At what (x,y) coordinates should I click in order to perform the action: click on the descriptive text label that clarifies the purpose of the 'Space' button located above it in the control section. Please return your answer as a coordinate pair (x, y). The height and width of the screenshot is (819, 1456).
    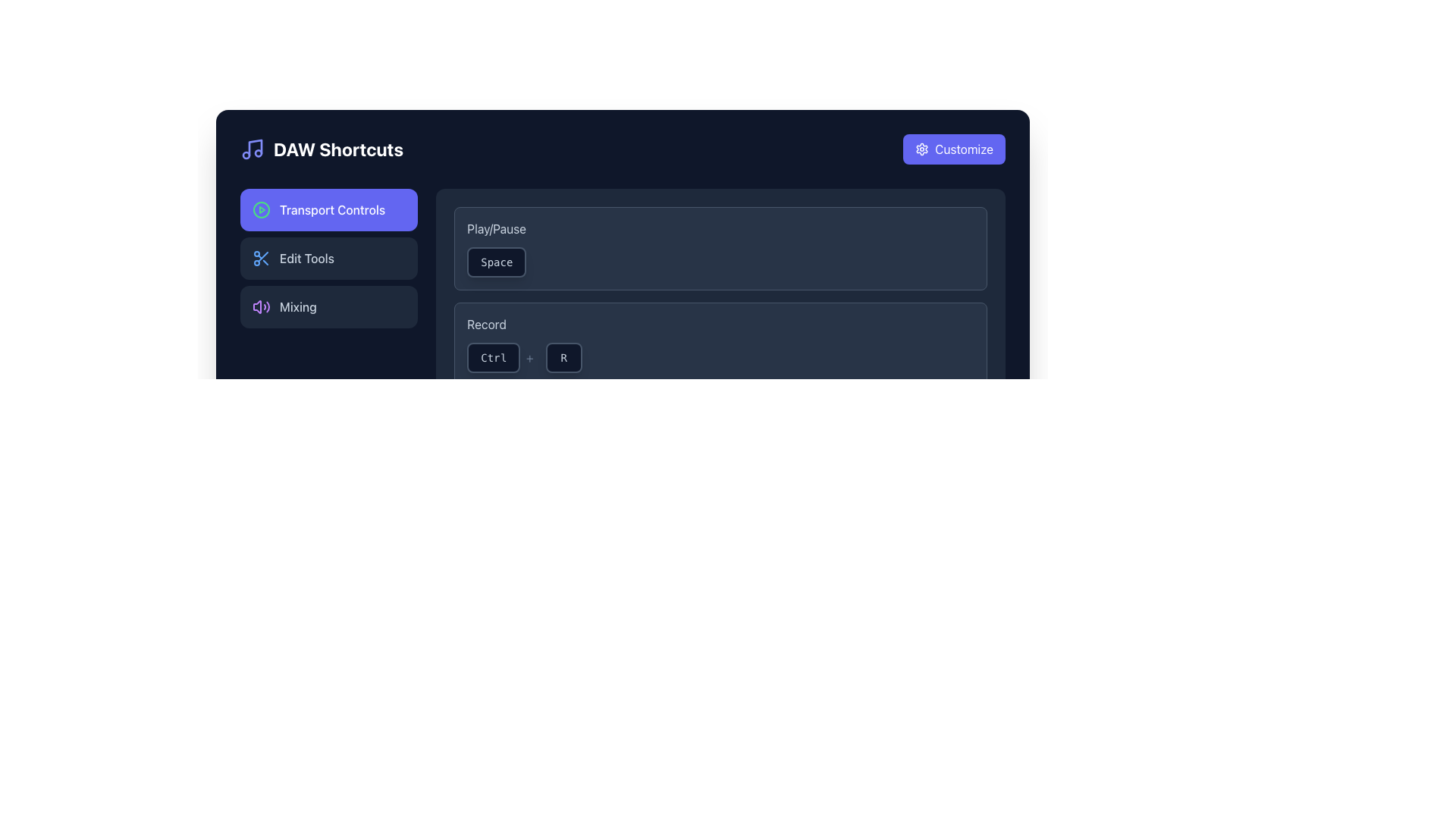
    Looking at the image, I should click on (497, 228).